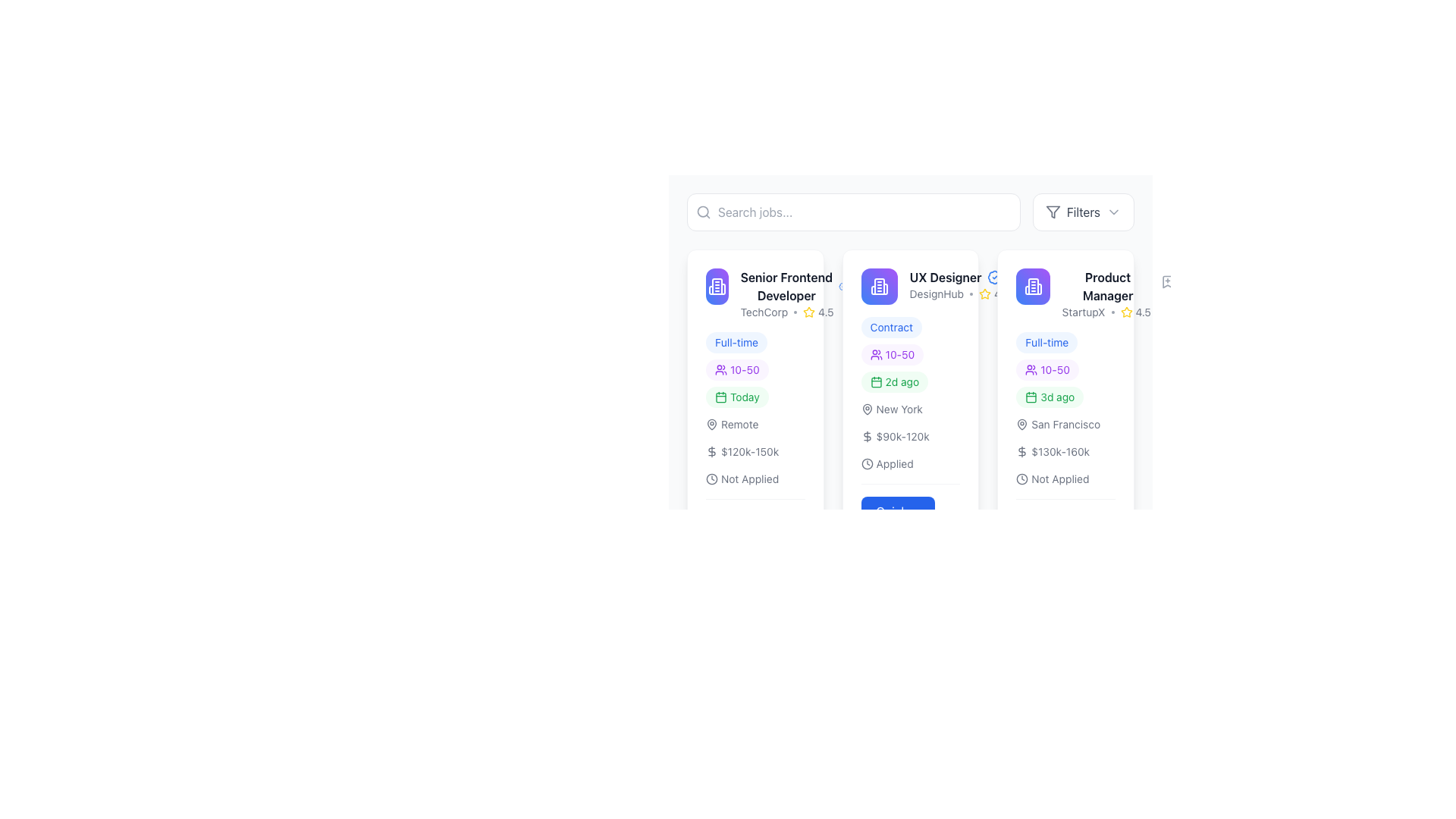 Image resolution: width=1456 pixels, height=819 pixels. I want to click on the date icon in the third job posting card below the 'Product Manager' job title, which signifies the posting date of the job, so click(1031, 397).